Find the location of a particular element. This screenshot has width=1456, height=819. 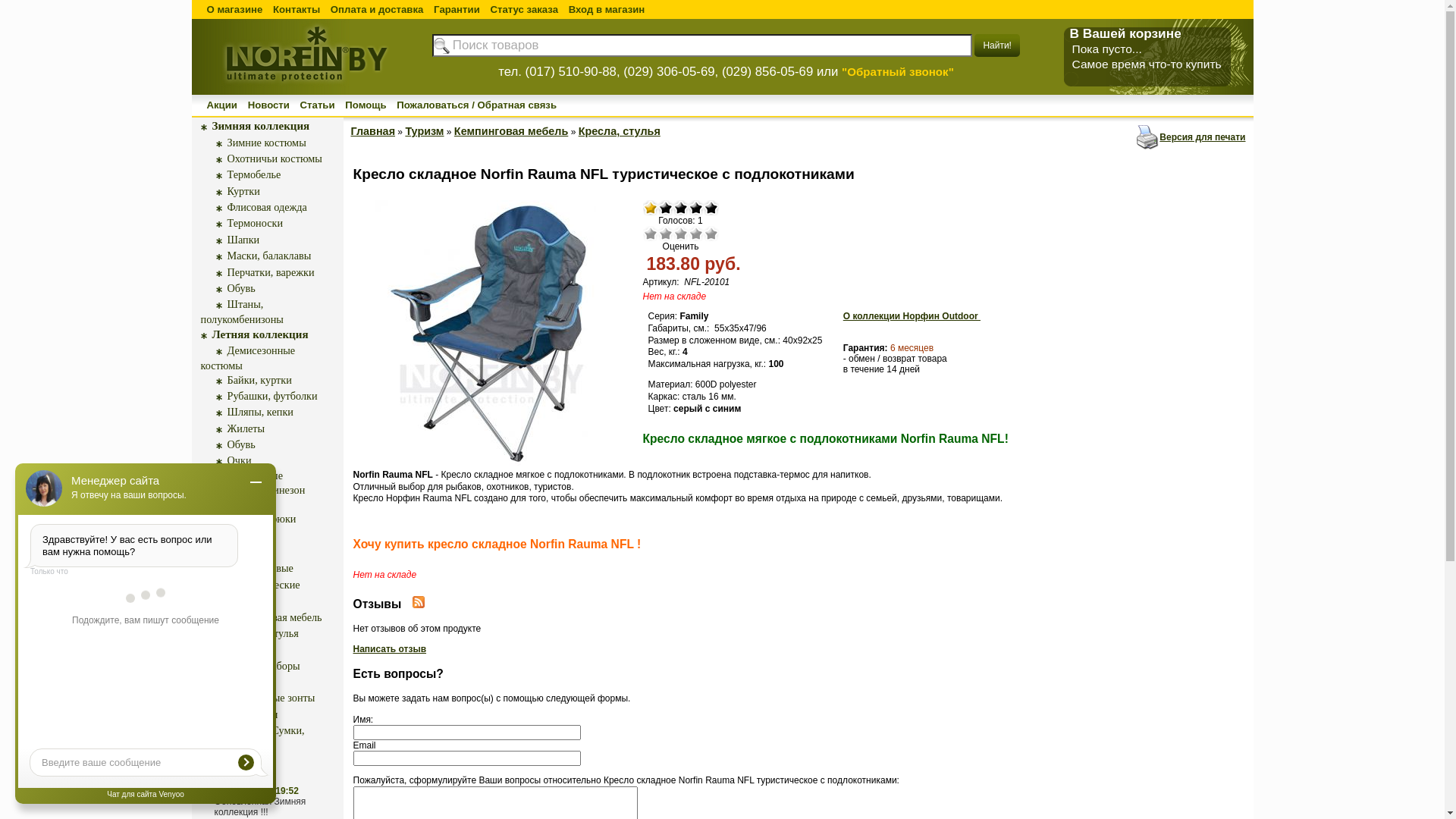

'LOGO' is located at coordinates (303, 93).